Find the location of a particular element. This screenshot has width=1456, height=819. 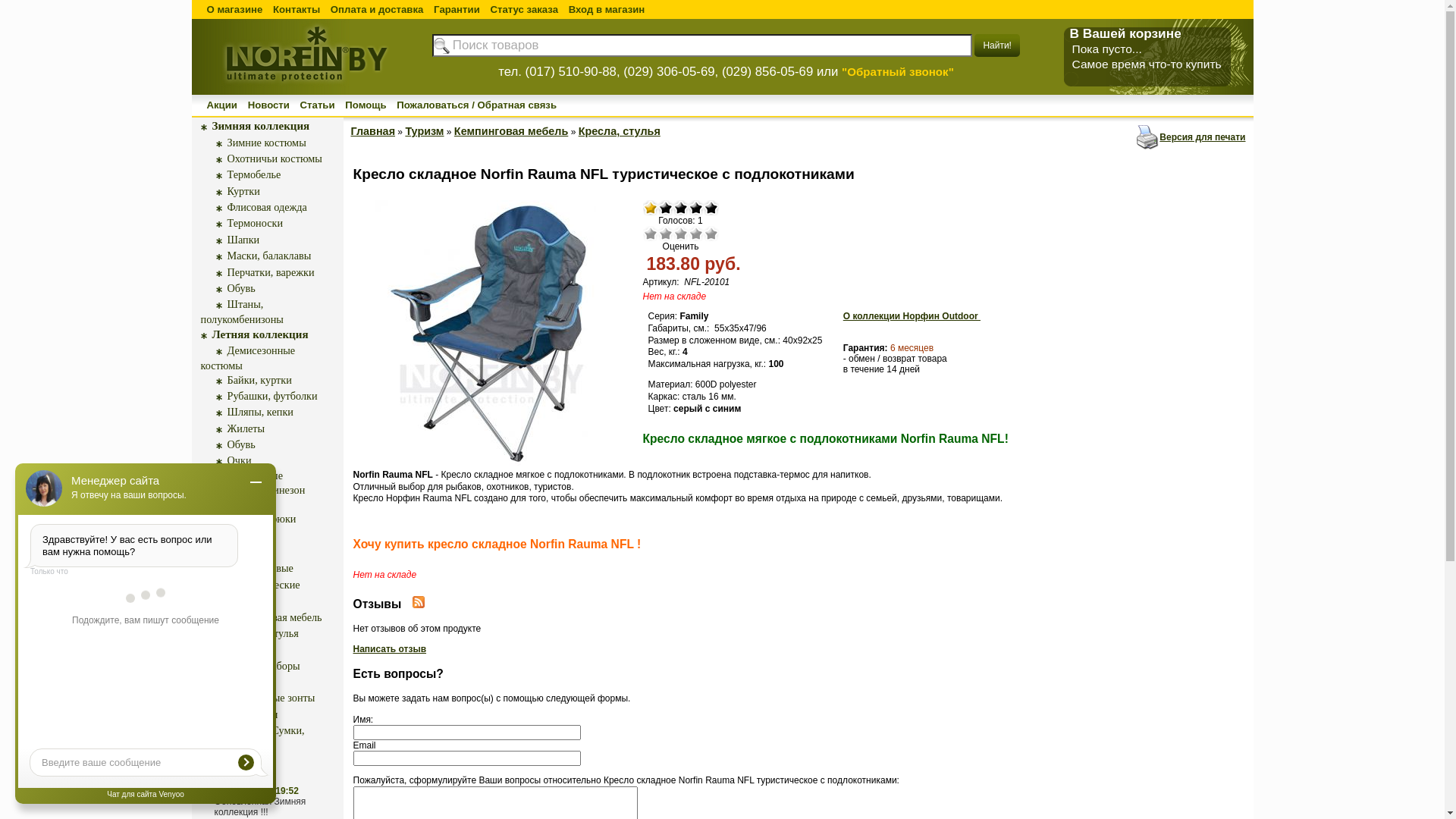

'LOGO' is located at coordinates (303, 93).